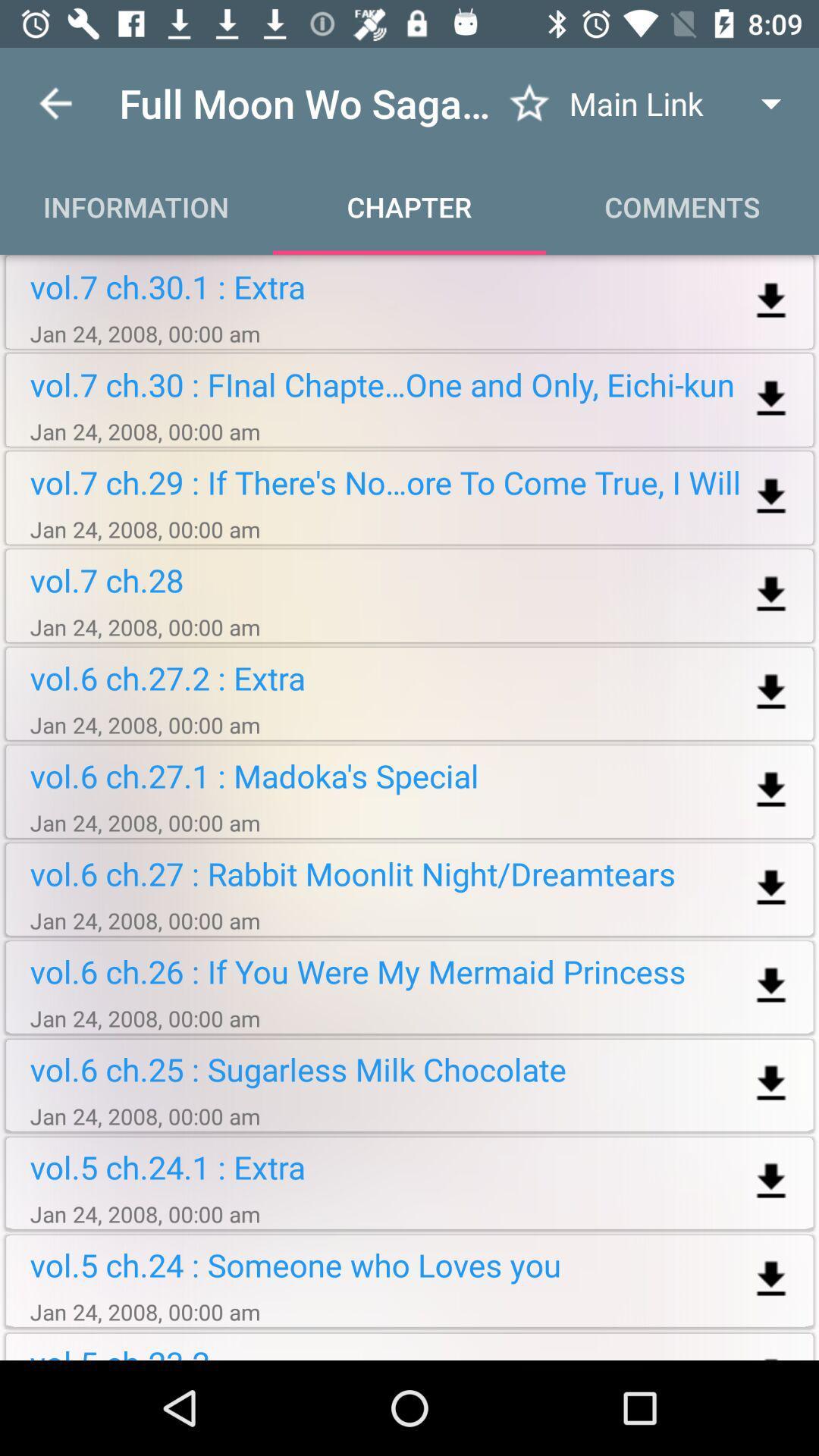 This screenshot has width=819, height=1456. I want to click on download the chapter, so click(771, 789).